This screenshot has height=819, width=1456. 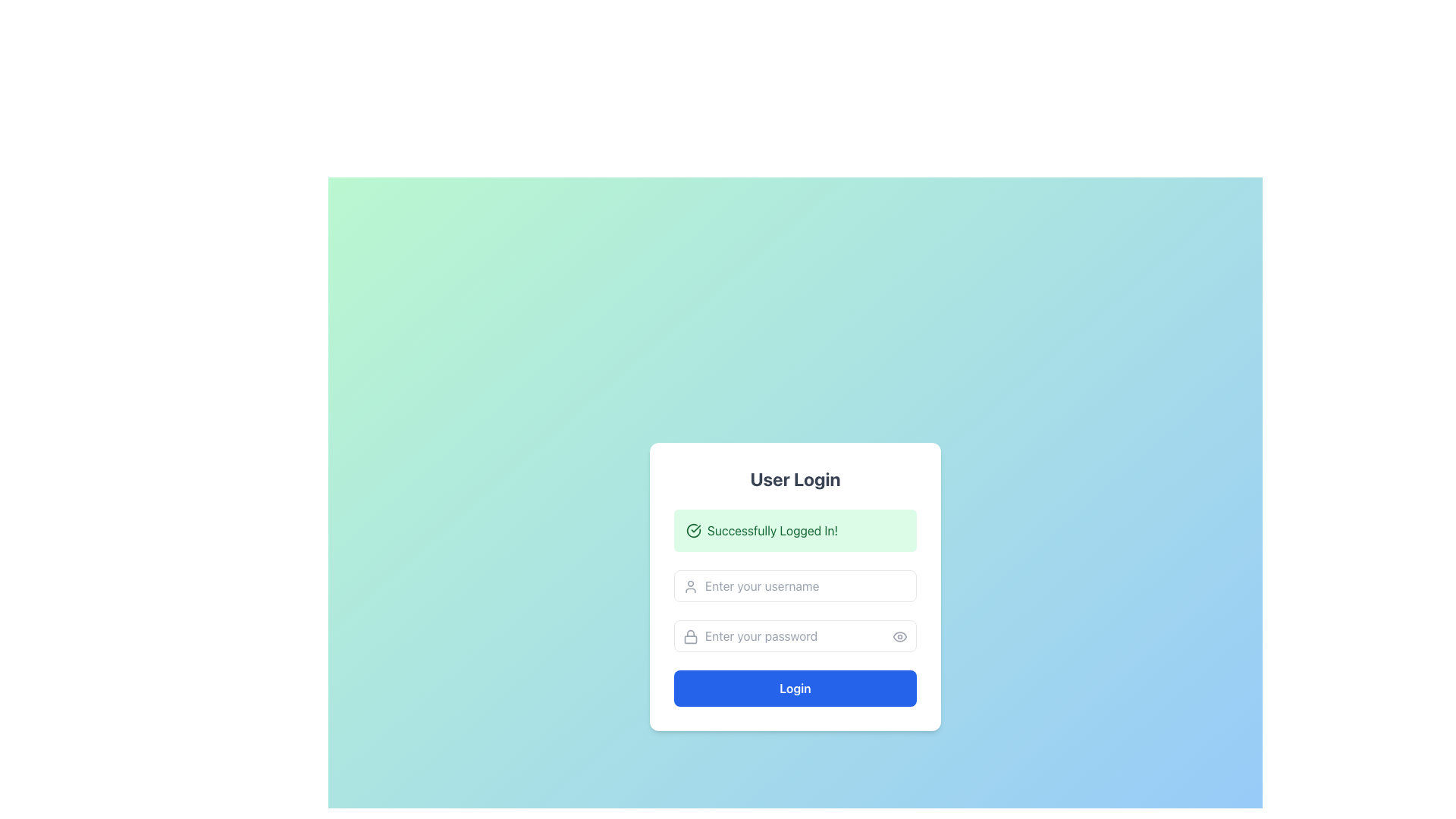 What do you see at coordinates (795, 585) in the screenshot?
I see `on the text input field for entering a username, which is the first input field in a form styled as a card, located below the 'Successfully Logged In!' notification and above the password input field` at bounding box center [795, 585].